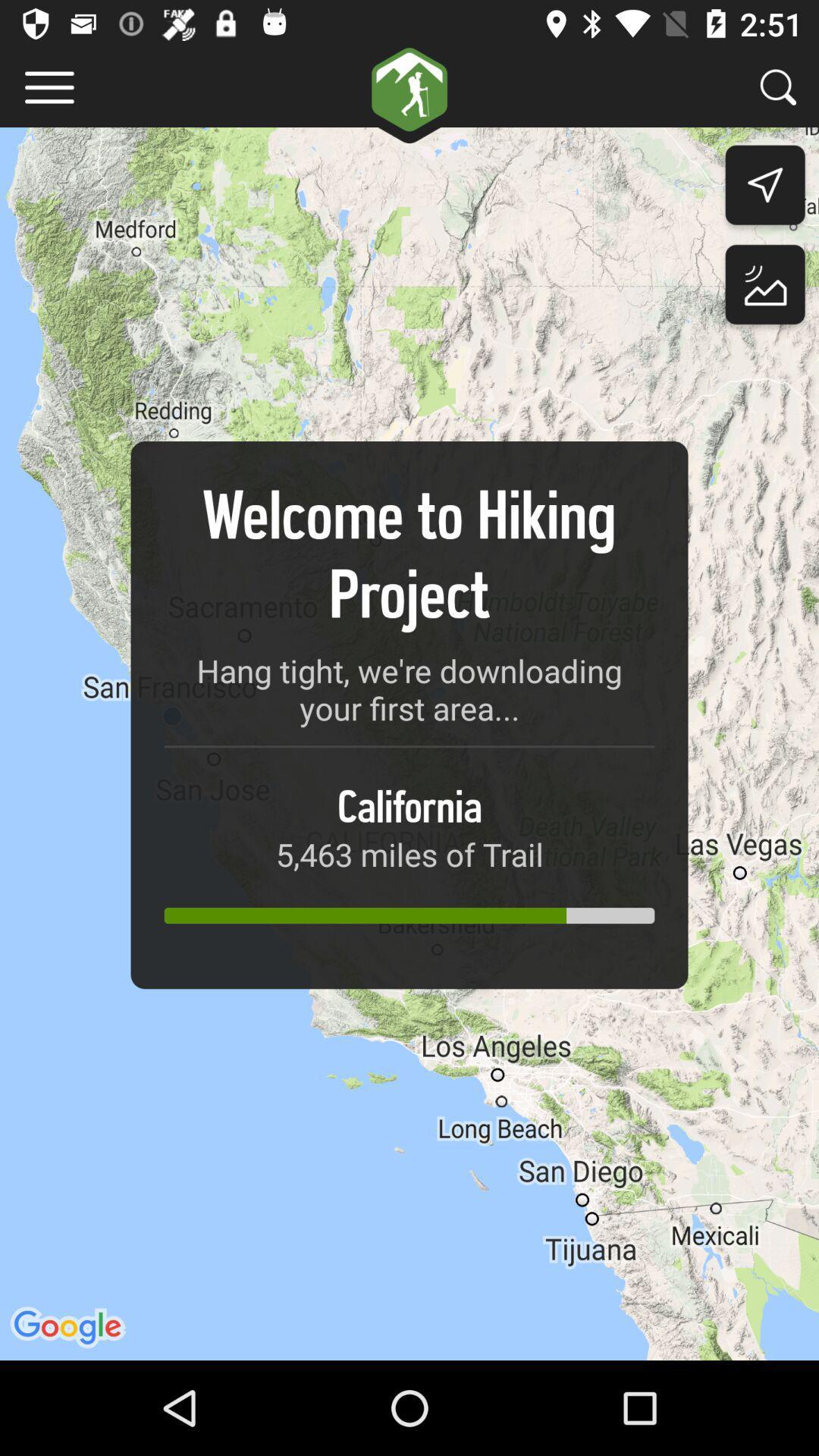 Image resolution: width=819 pixels, height=1456 pixels. What do you see at coordinates (778, 86) in the screenshot?
I see `search` at bounding box center [778, 86].